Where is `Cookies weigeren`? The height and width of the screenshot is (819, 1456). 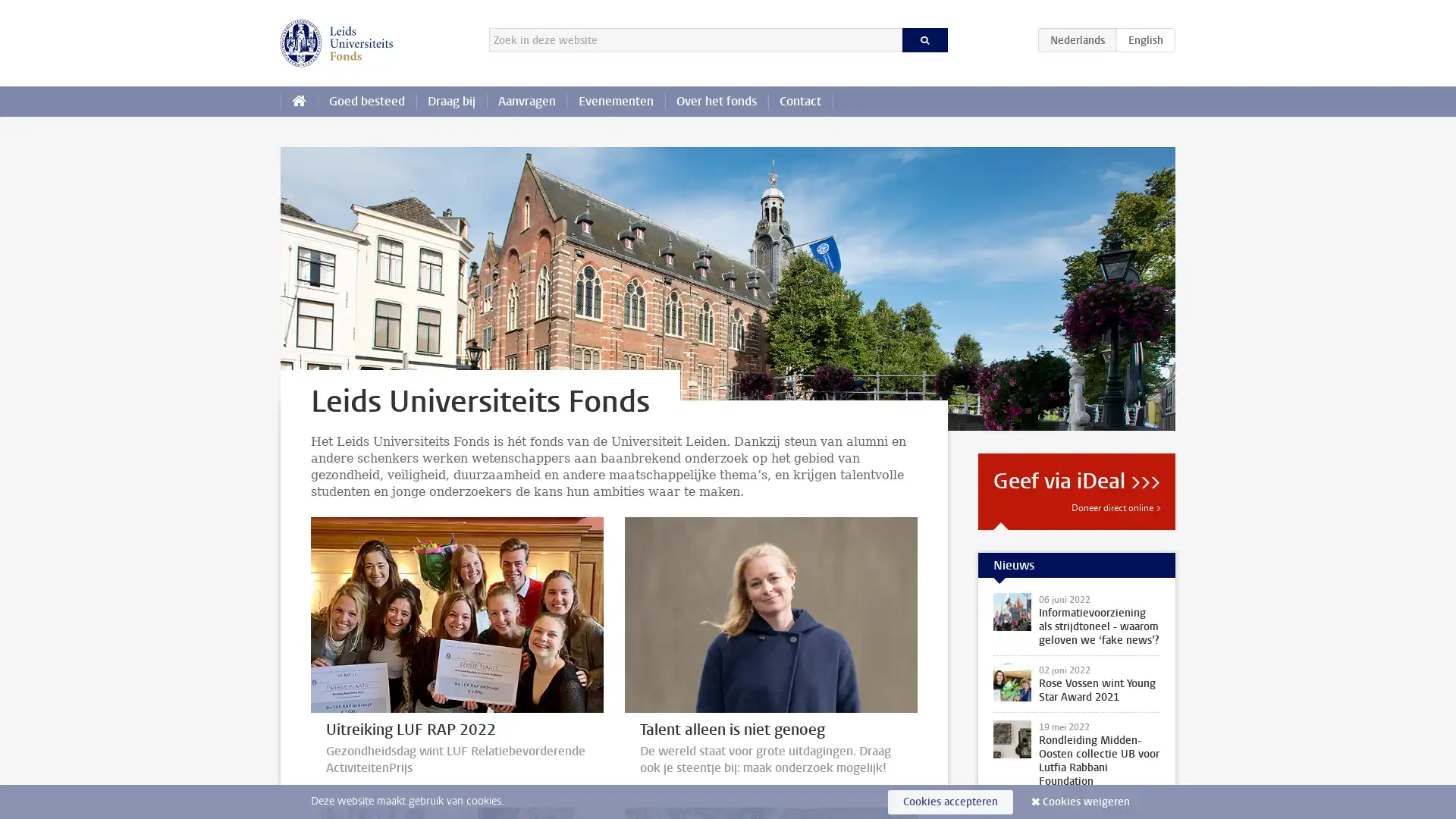
Cookies weigeren is located at coordinates (1085, 801).